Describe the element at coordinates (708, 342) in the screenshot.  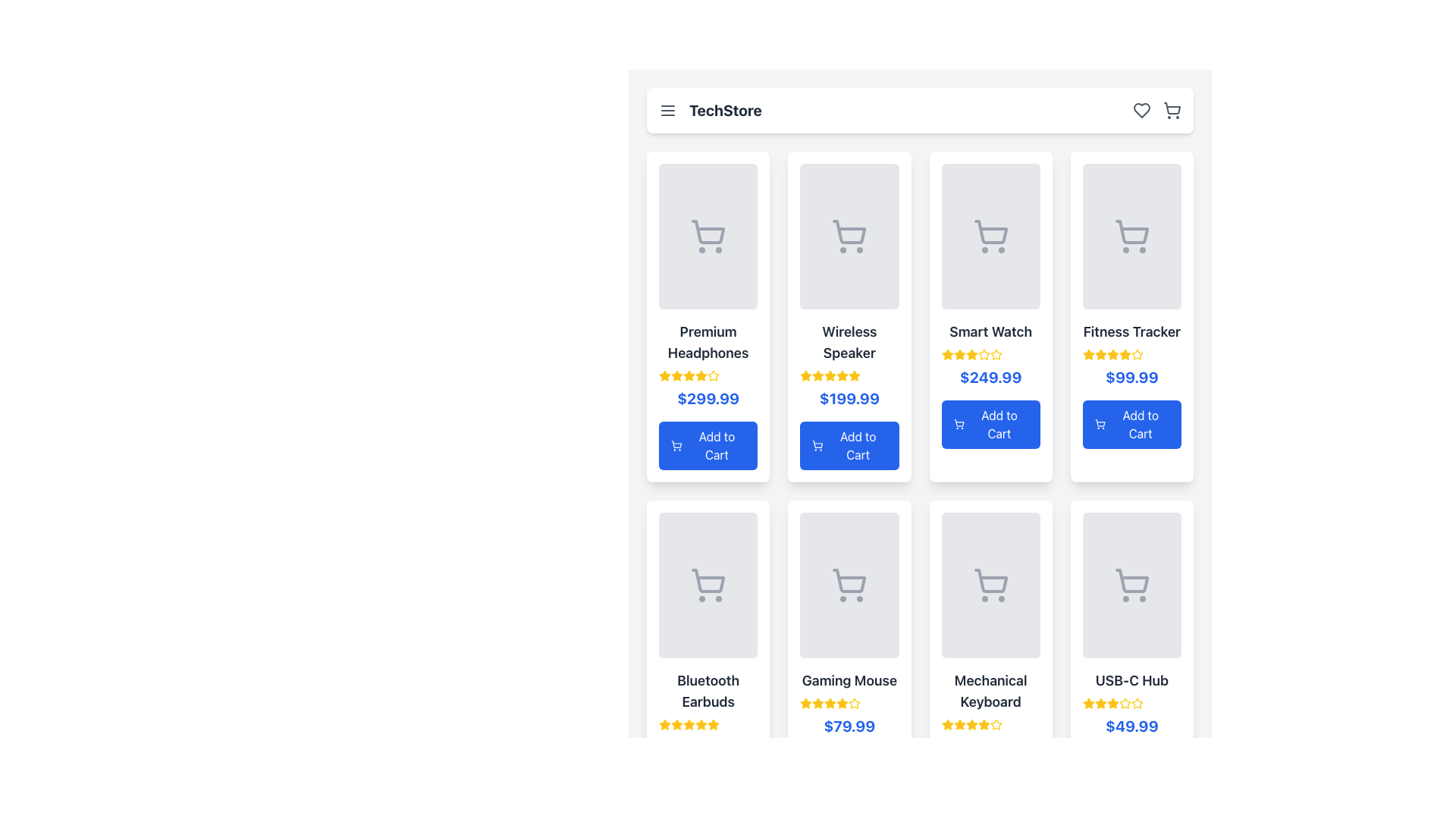
I see `the text 'Premium Headphones' which is styled in bold and dark gray color, located at the center of the item card in the first column and first row of the grid layout` at that location.